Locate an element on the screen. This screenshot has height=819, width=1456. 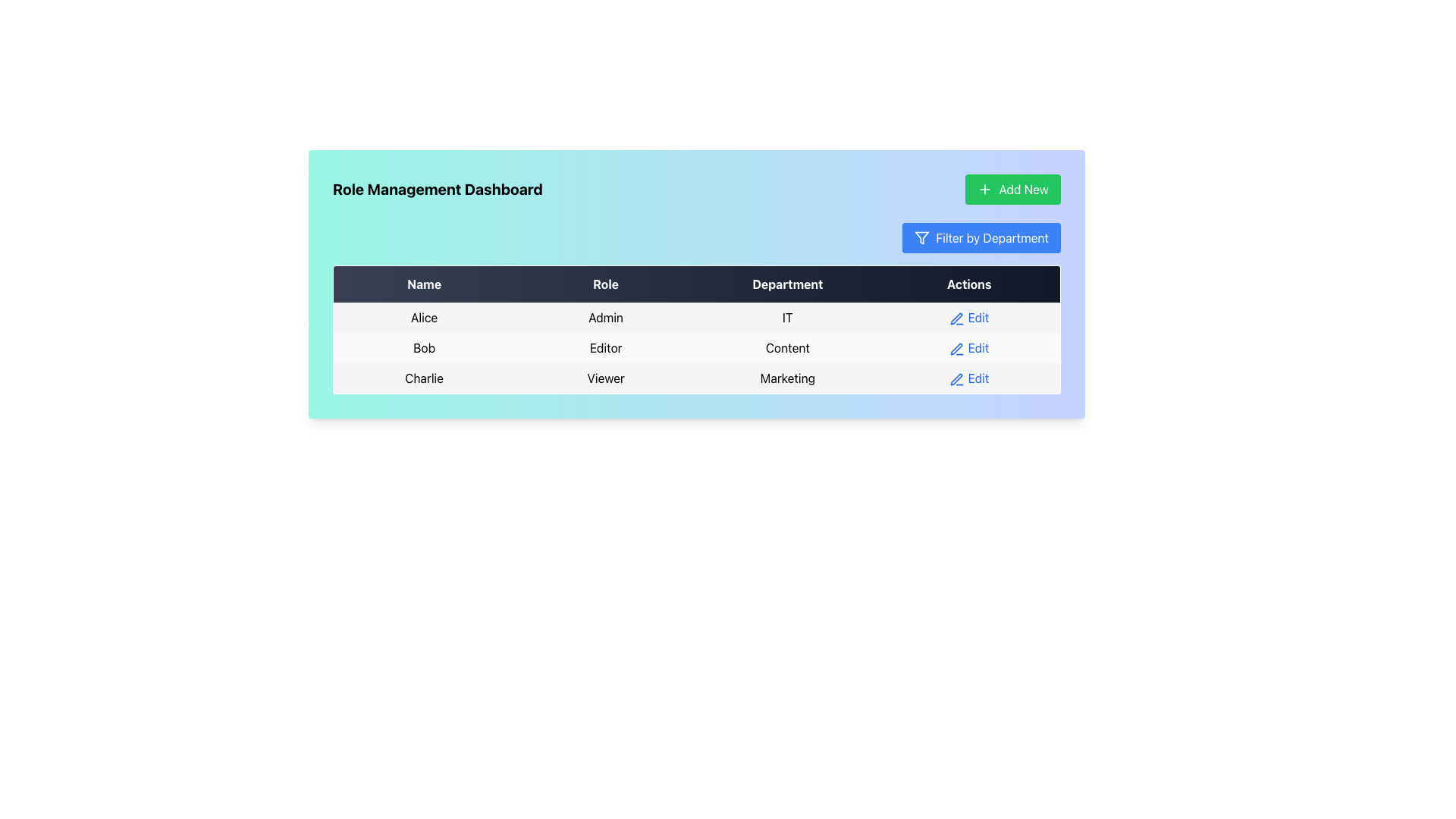
the 'Edit' hyperlink styled as a UI action button in the 'Actions' column of the first row under the 'Role Management Dashboard' table to begin editing is located at coordinates (968, 317).